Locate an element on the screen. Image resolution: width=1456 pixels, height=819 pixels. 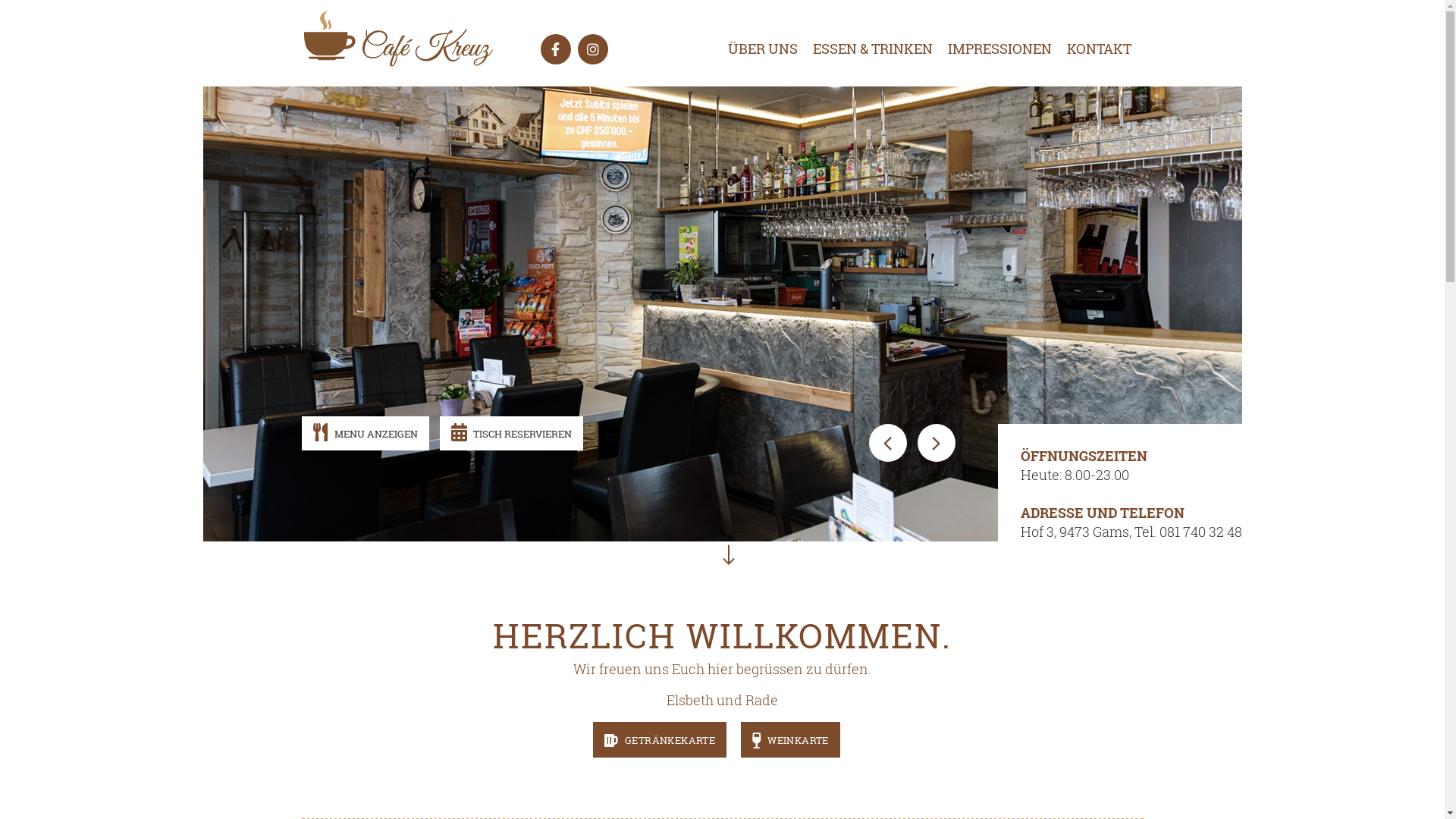
'MENU ANZEIGEN' is located at coordinates (365, 433).